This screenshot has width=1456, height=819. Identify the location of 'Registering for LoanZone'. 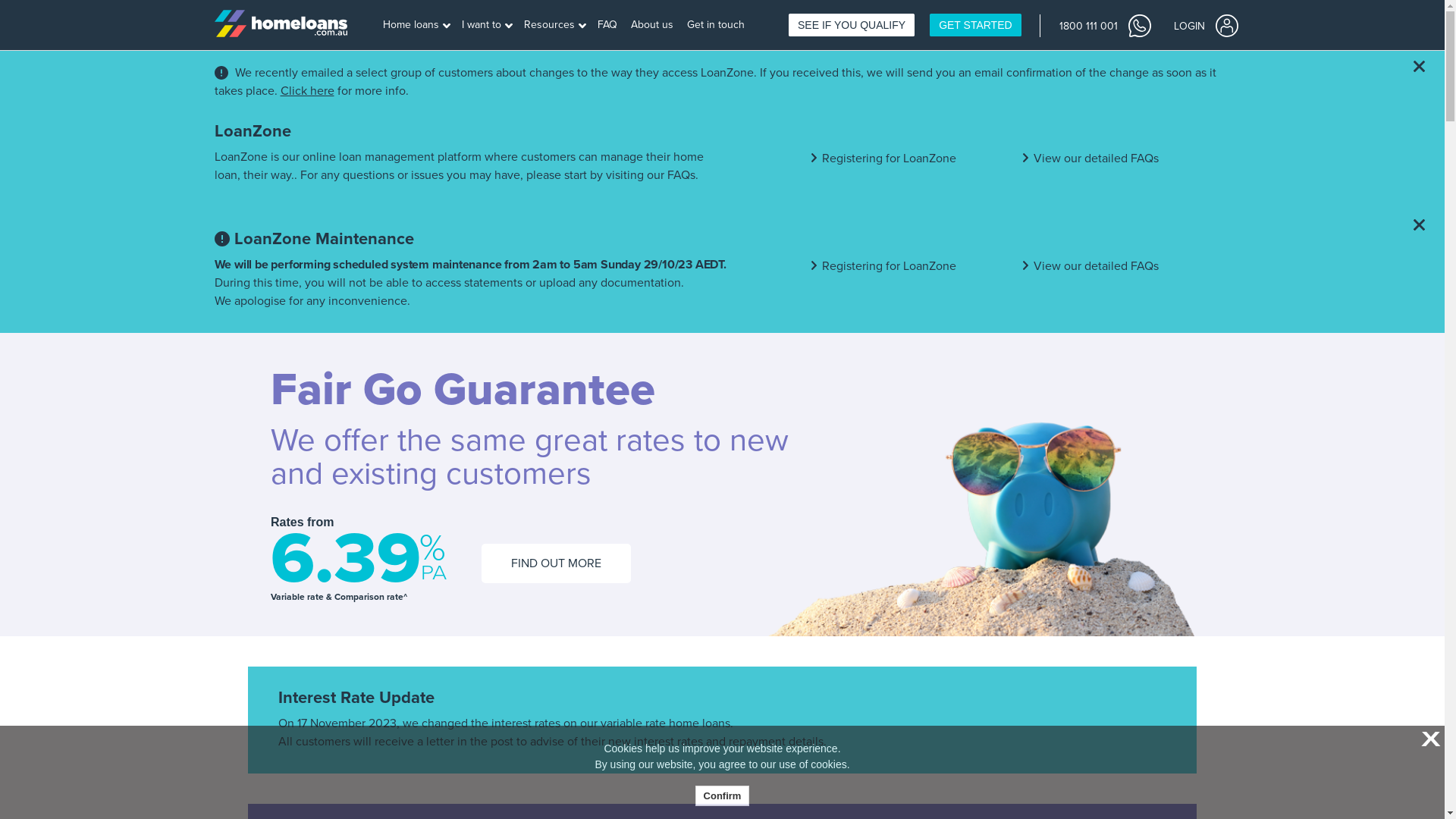
(889, 158).